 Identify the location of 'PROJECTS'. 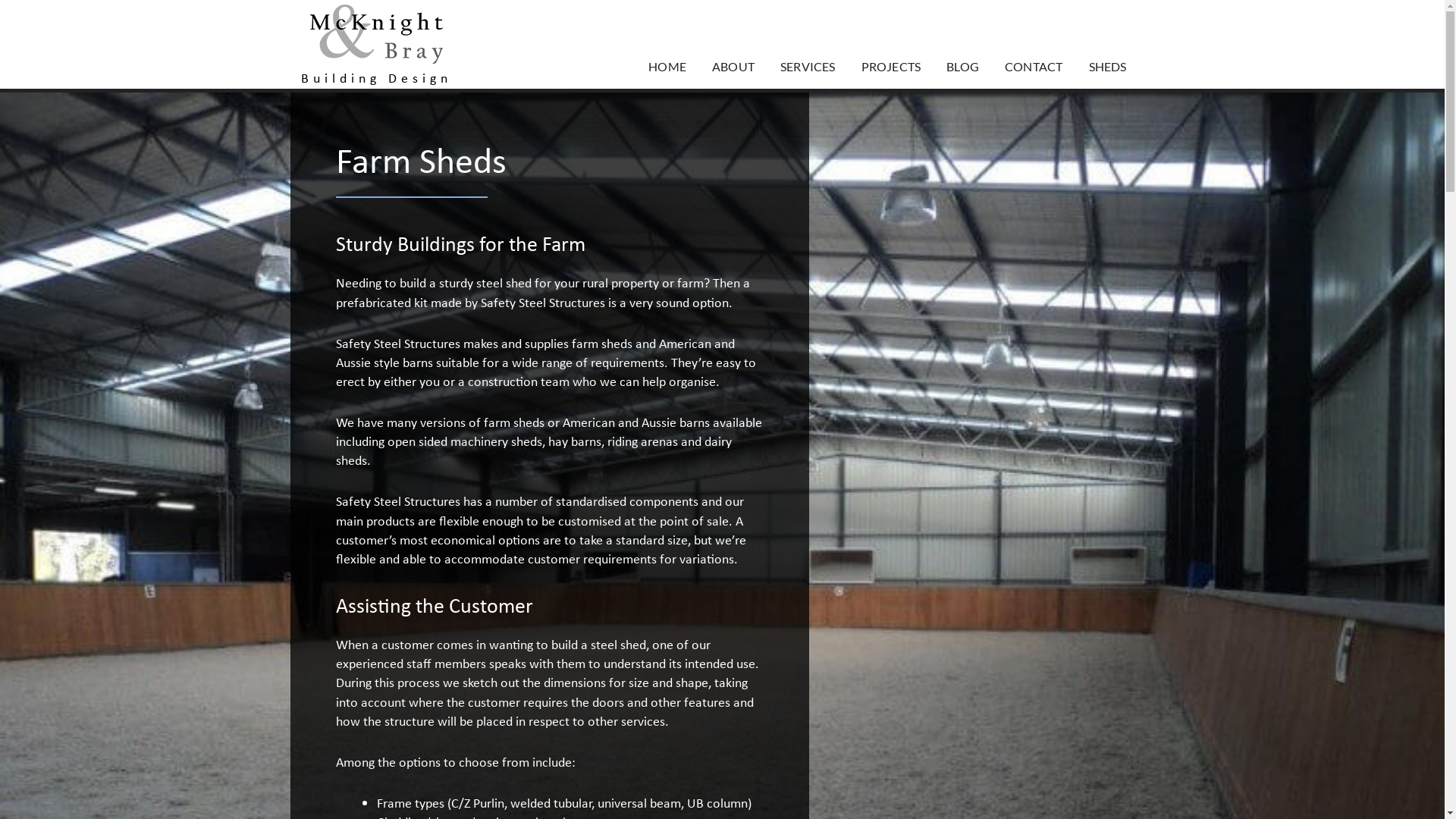
(847, 66).